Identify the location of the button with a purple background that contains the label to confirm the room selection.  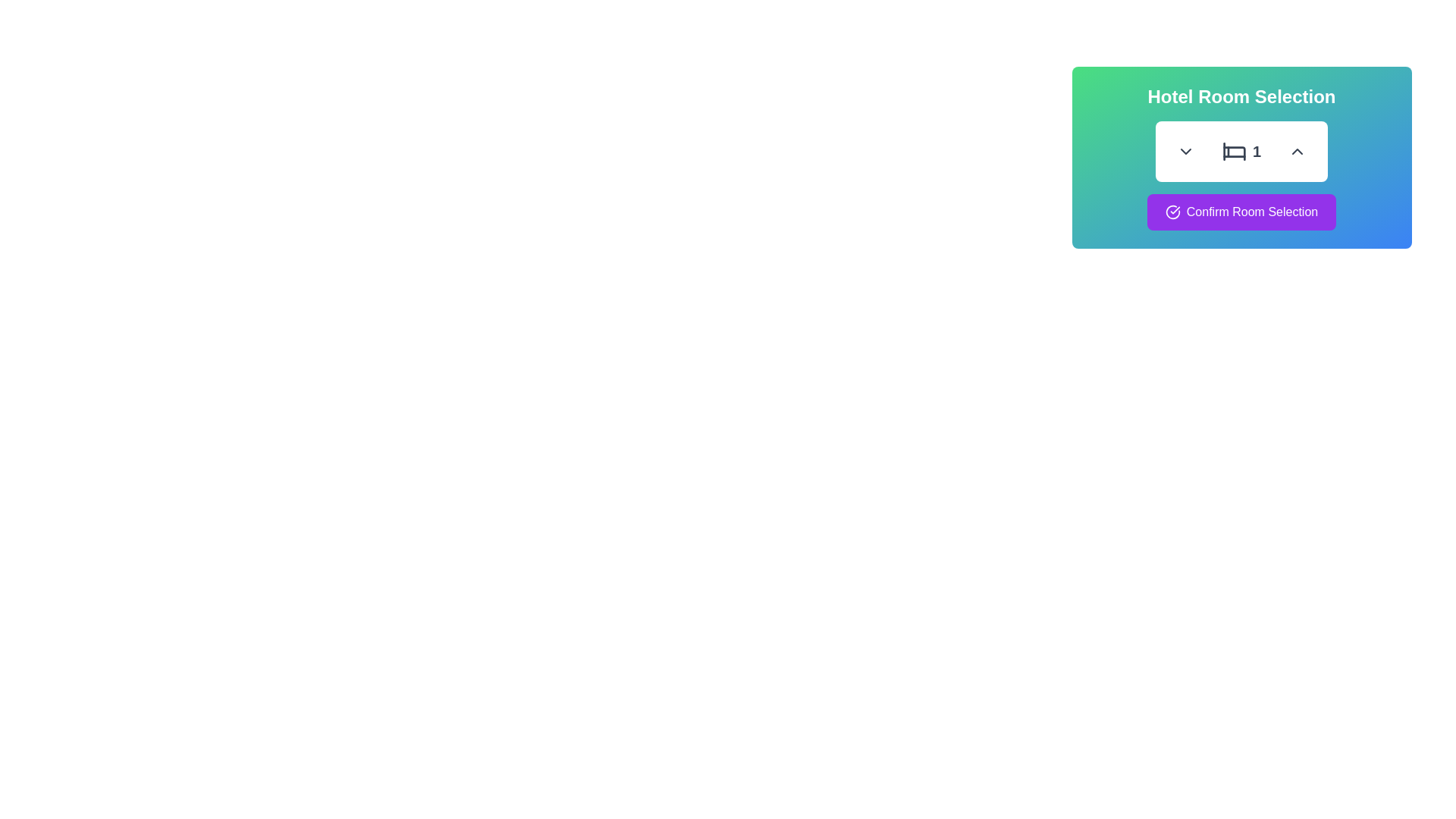
(1252, 212).